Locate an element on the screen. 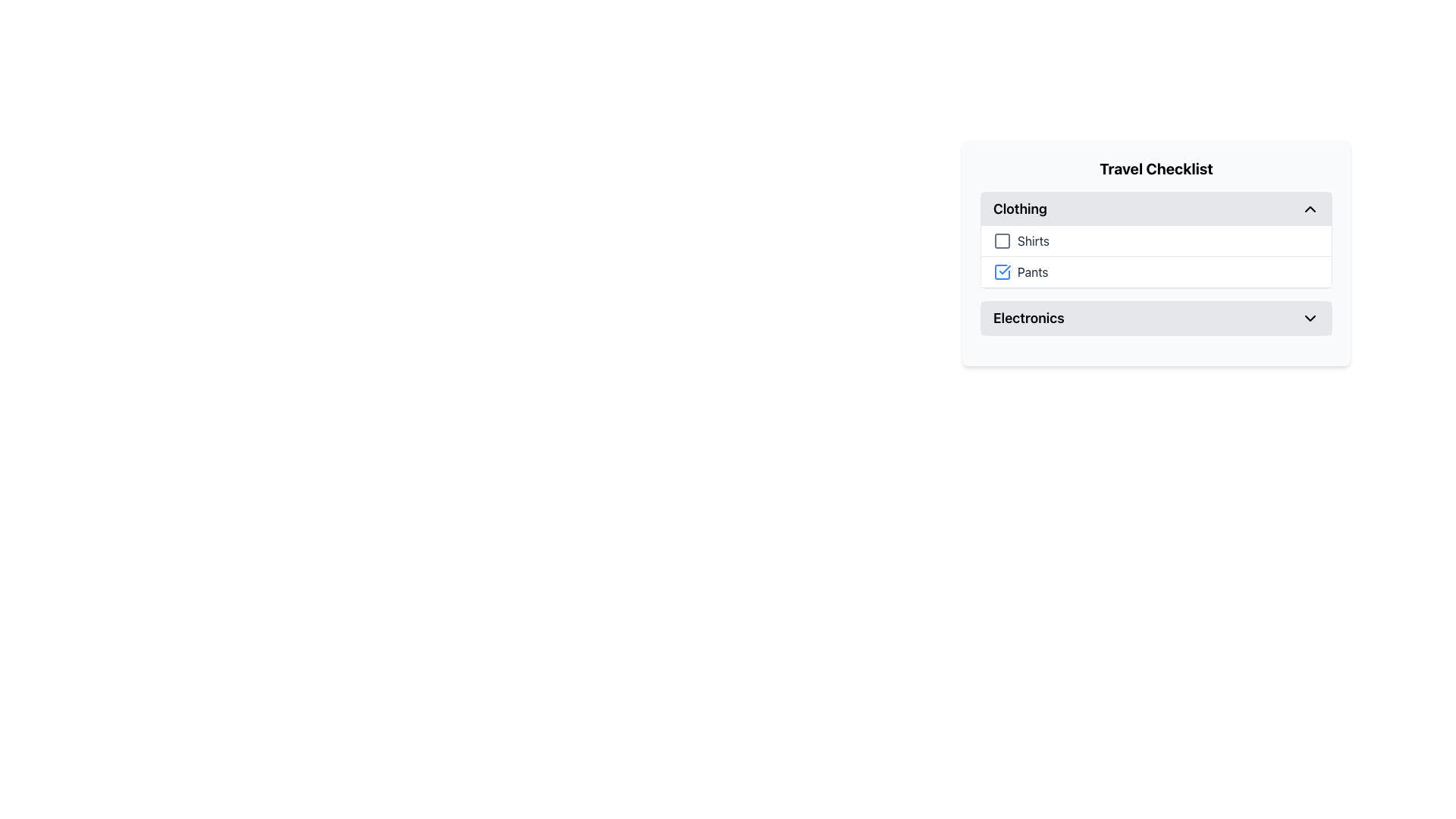 The height and width of the screenshot is (819, 1456). the text label 'Electronics' which is prominently styled in a large bold font within a horizontal light-gray bar is located at coordinates (1028, 318).